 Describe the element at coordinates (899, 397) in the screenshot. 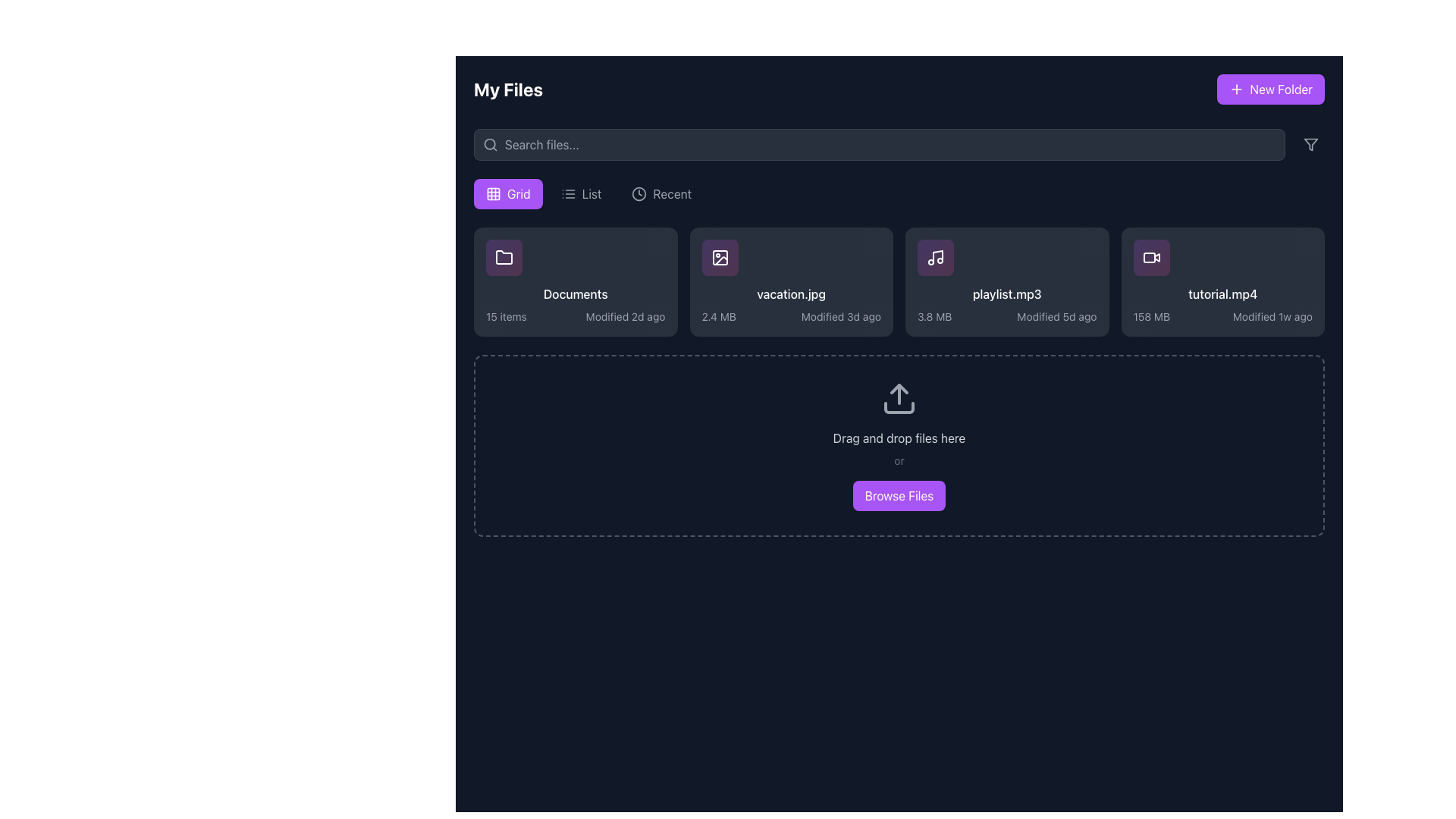

I see `the upload icon located centrally above the 'Drag and drop files here' text and below the grid of file icons` at that location.